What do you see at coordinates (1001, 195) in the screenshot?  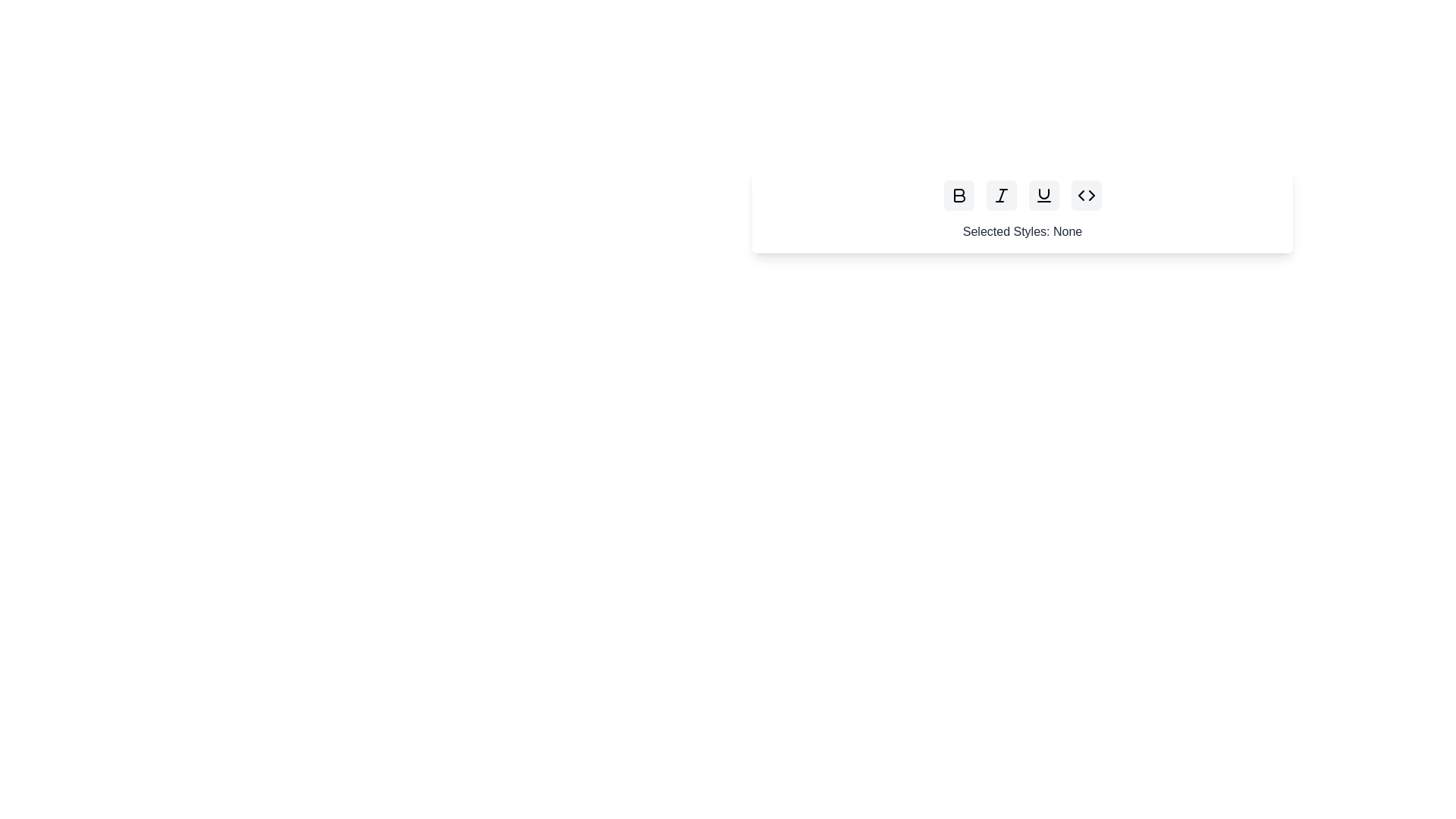 I see `the Italic button to toggle the Italic style` at bounding box center [1001, 195].